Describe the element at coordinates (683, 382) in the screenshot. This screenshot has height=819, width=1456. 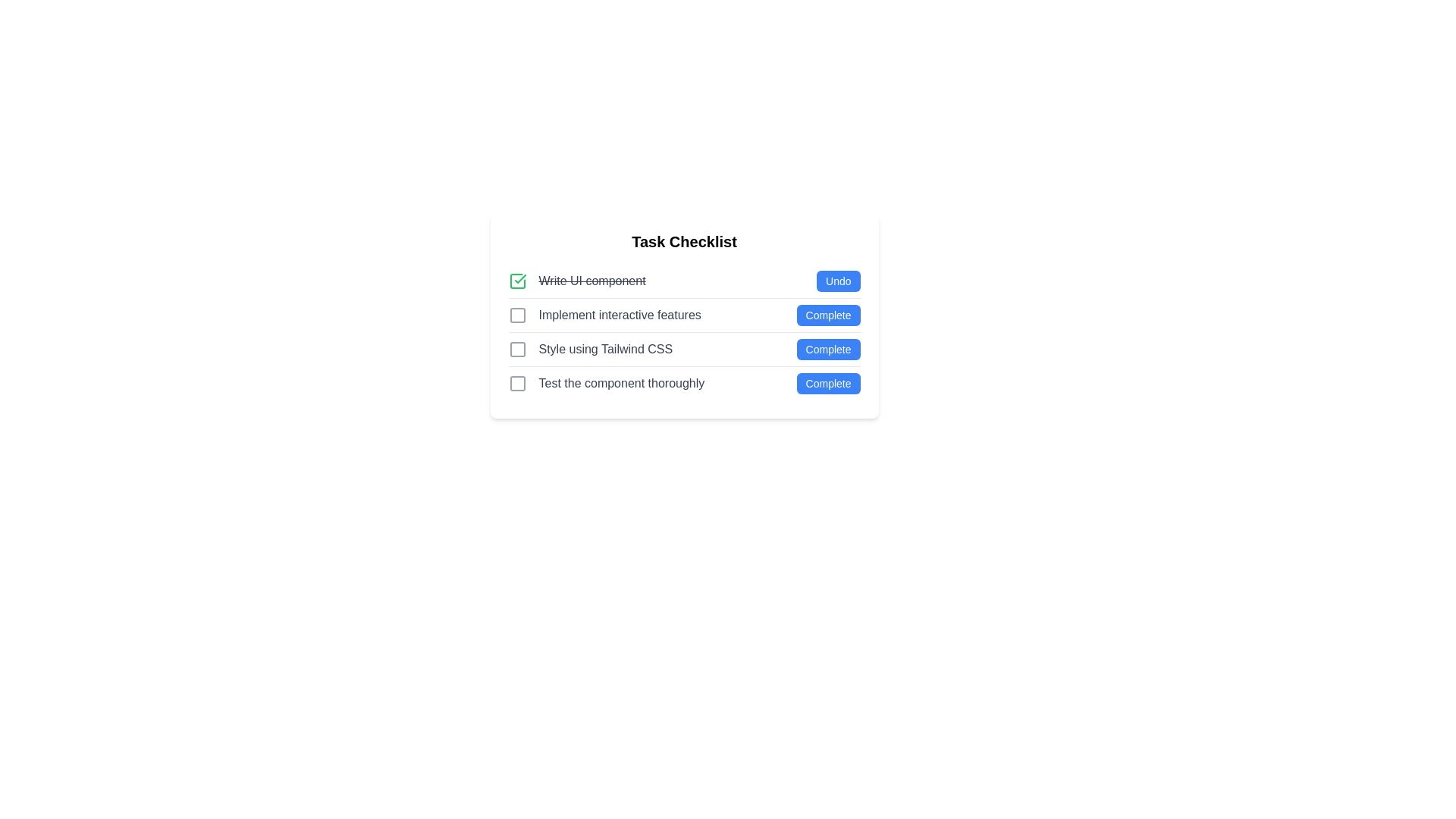
I see `the 'Complete' button on the fourth list item of the task checklist, which is styled with a checkbox and descriptive text 'Test the component thoroughly'` at that location.